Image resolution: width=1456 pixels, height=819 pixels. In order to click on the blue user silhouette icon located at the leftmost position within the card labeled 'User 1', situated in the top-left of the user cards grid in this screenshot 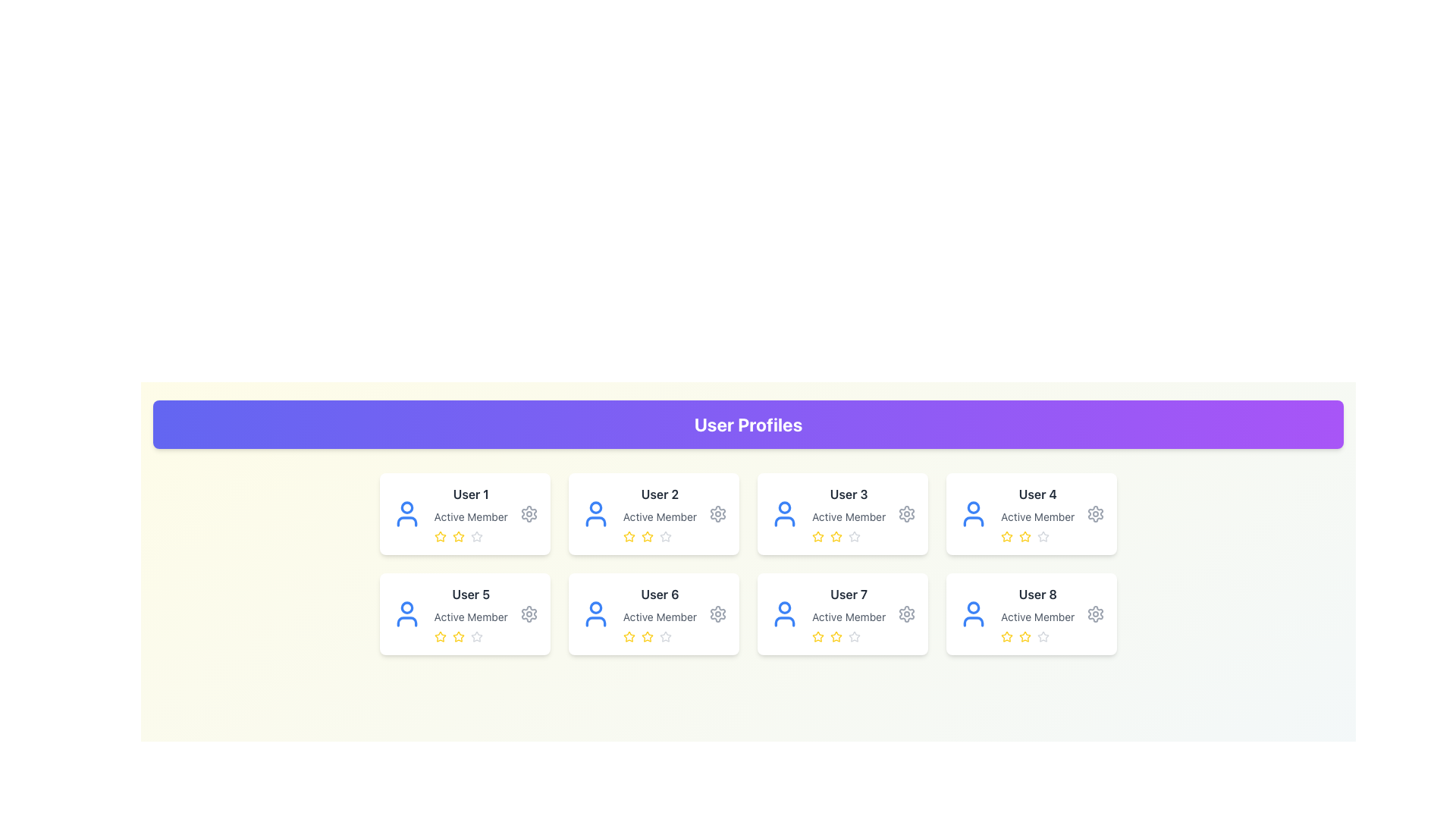, I will do `click(406, 513)`.